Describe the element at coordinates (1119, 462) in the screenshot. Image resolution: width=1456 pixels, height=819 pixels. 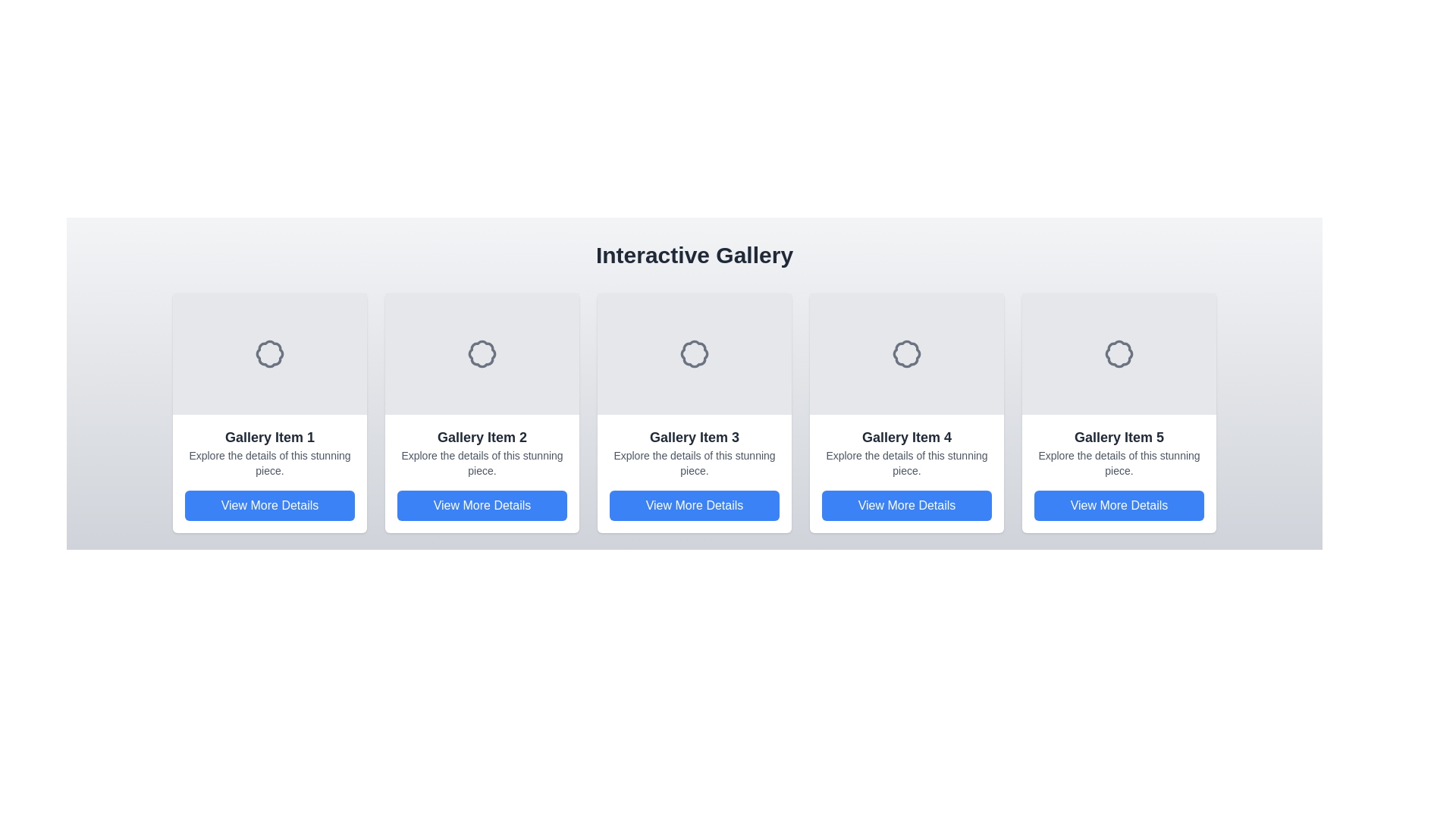
I see `the descriptive text label located in the fifth card of the gallery, positioned below 'Gallery Item 5' and above the 'View More Details' button` at that location.